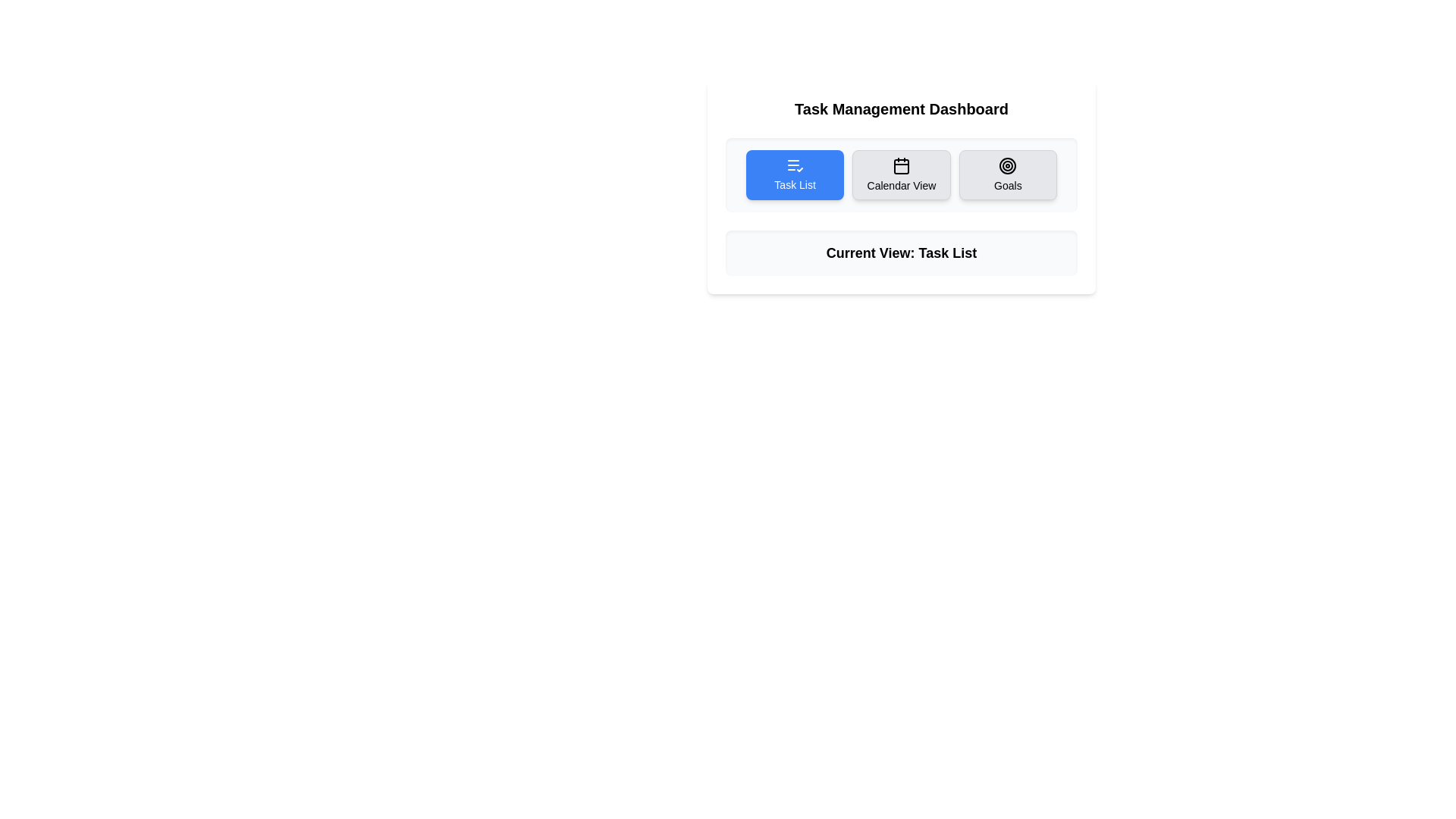  Describe the element at coordinates (902, 166) in the screenshot. I see `the calendar icon located within the 'Calendar View' button` at that location.